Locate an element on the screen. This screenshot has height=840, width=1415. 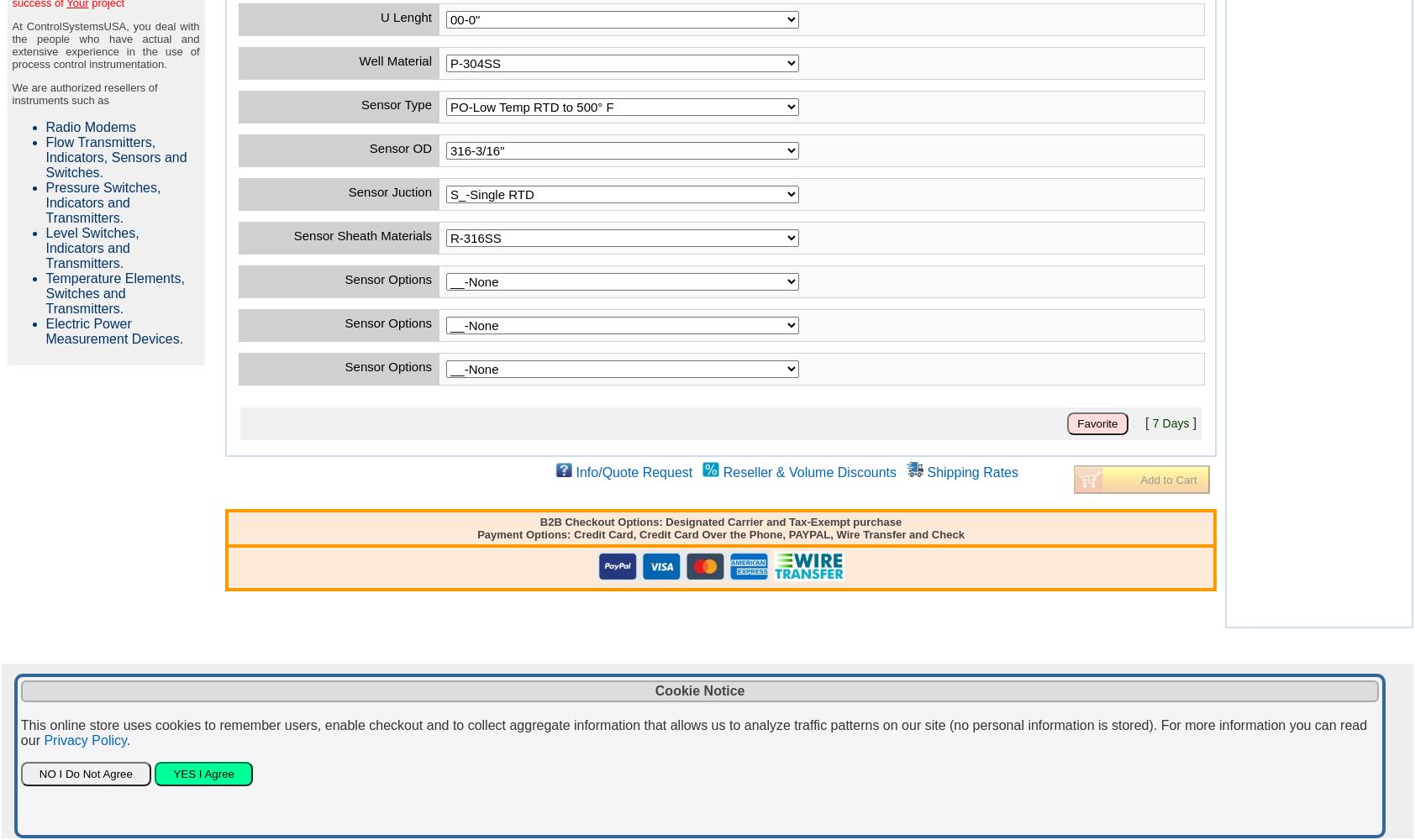
'Pressure Switches, Indicators and Transmitters.' is located at coordinates (102, 202).